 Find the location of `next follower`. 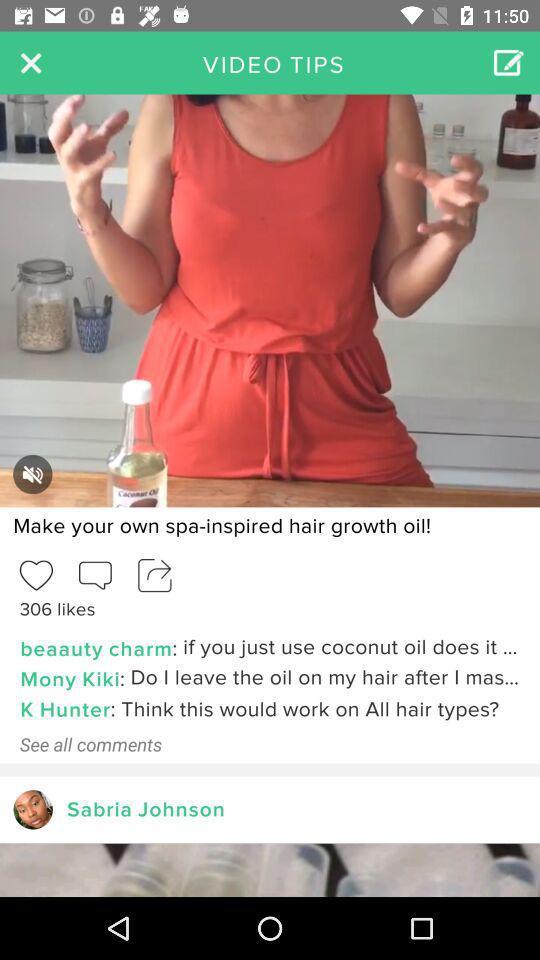

next follower is located at coordinates (32, 809).